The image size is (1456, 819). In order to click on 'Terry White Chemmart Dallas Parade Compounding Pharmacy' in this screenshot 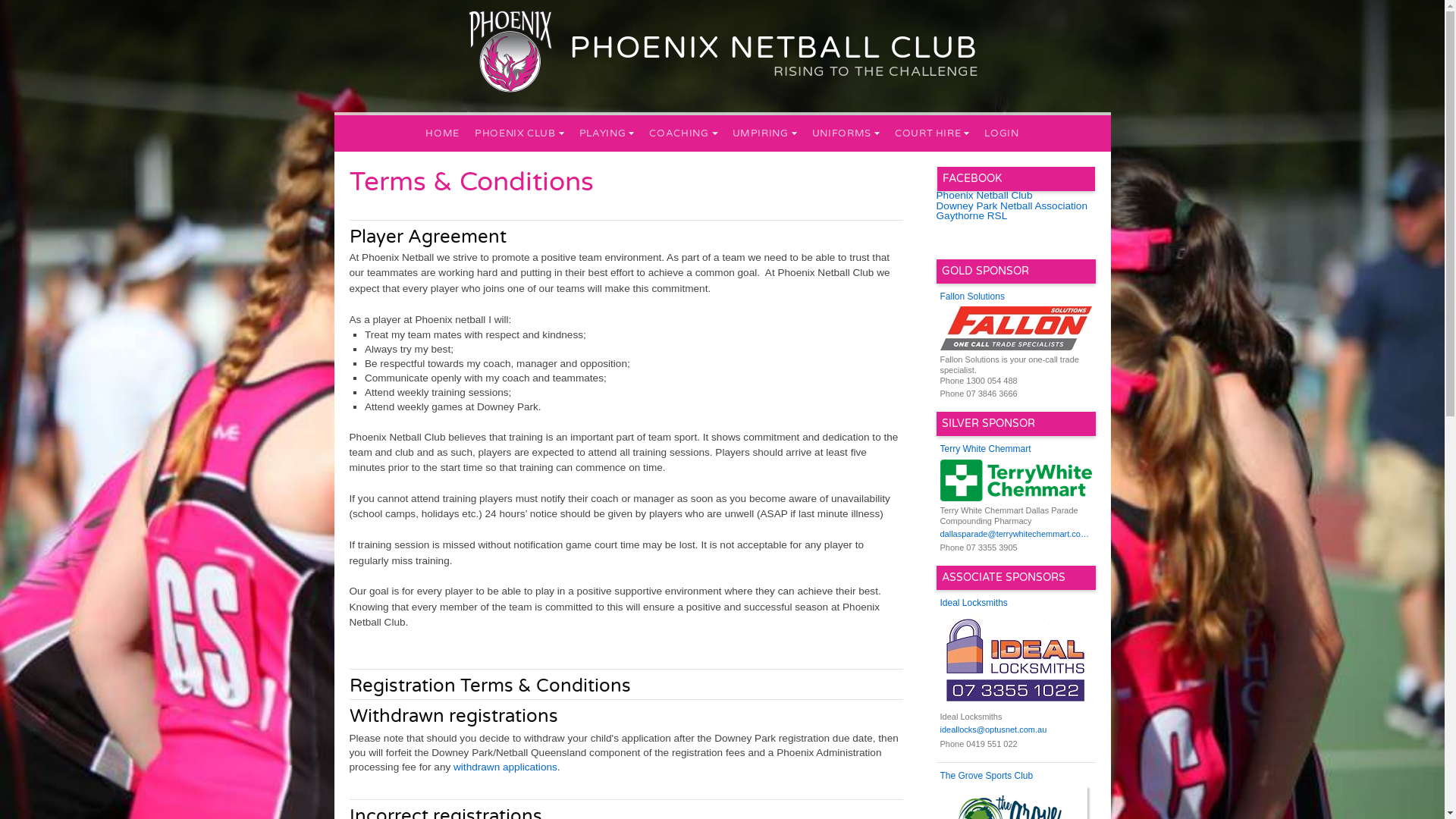, I will do `click(1015, 493)`.